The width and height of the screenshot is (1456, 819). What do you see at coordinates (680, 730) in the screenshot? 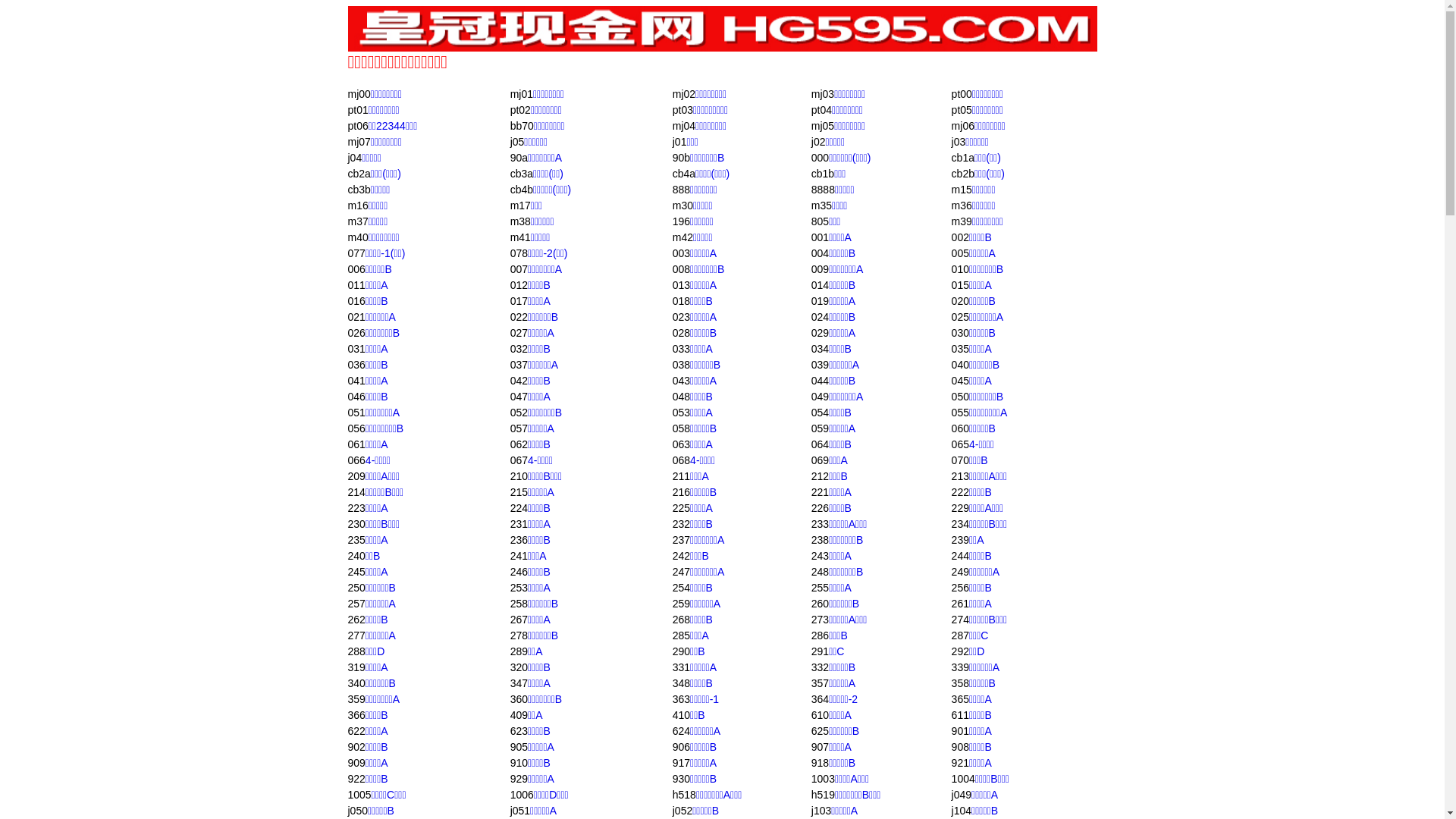
I see `'624'` at bounding box center [680, 730].